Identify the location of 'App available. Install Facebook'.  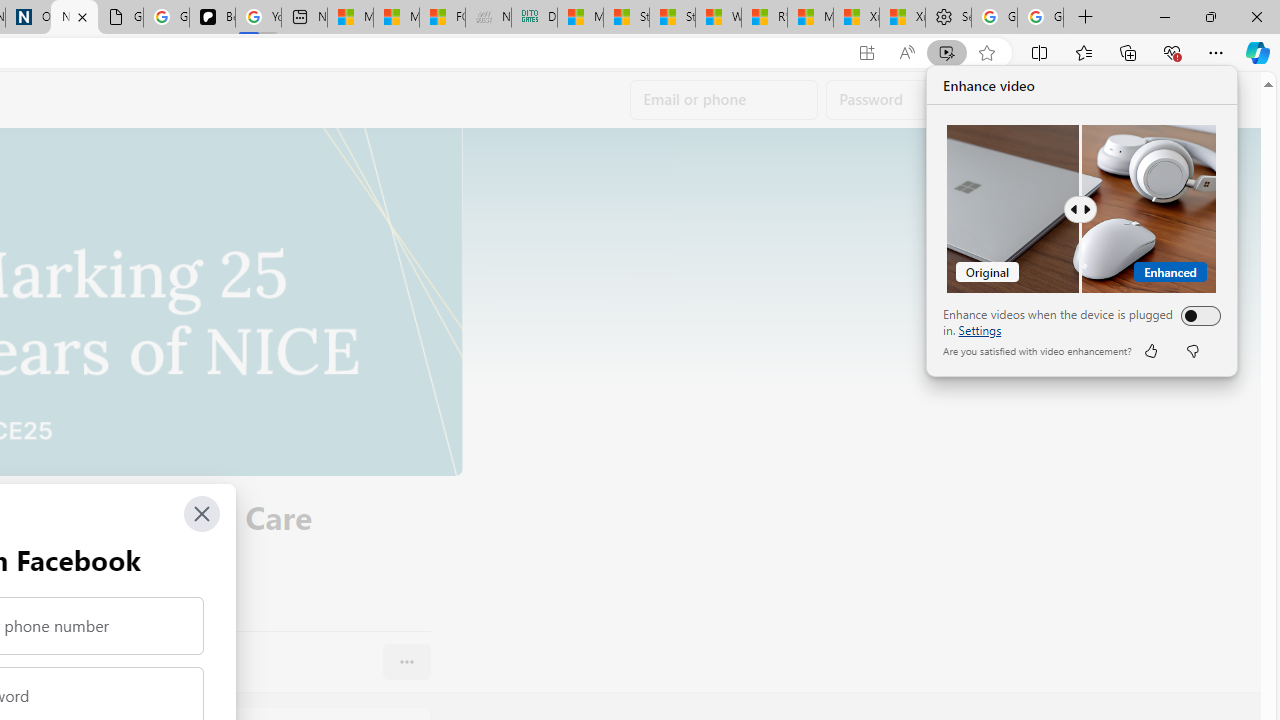
(867, 52).